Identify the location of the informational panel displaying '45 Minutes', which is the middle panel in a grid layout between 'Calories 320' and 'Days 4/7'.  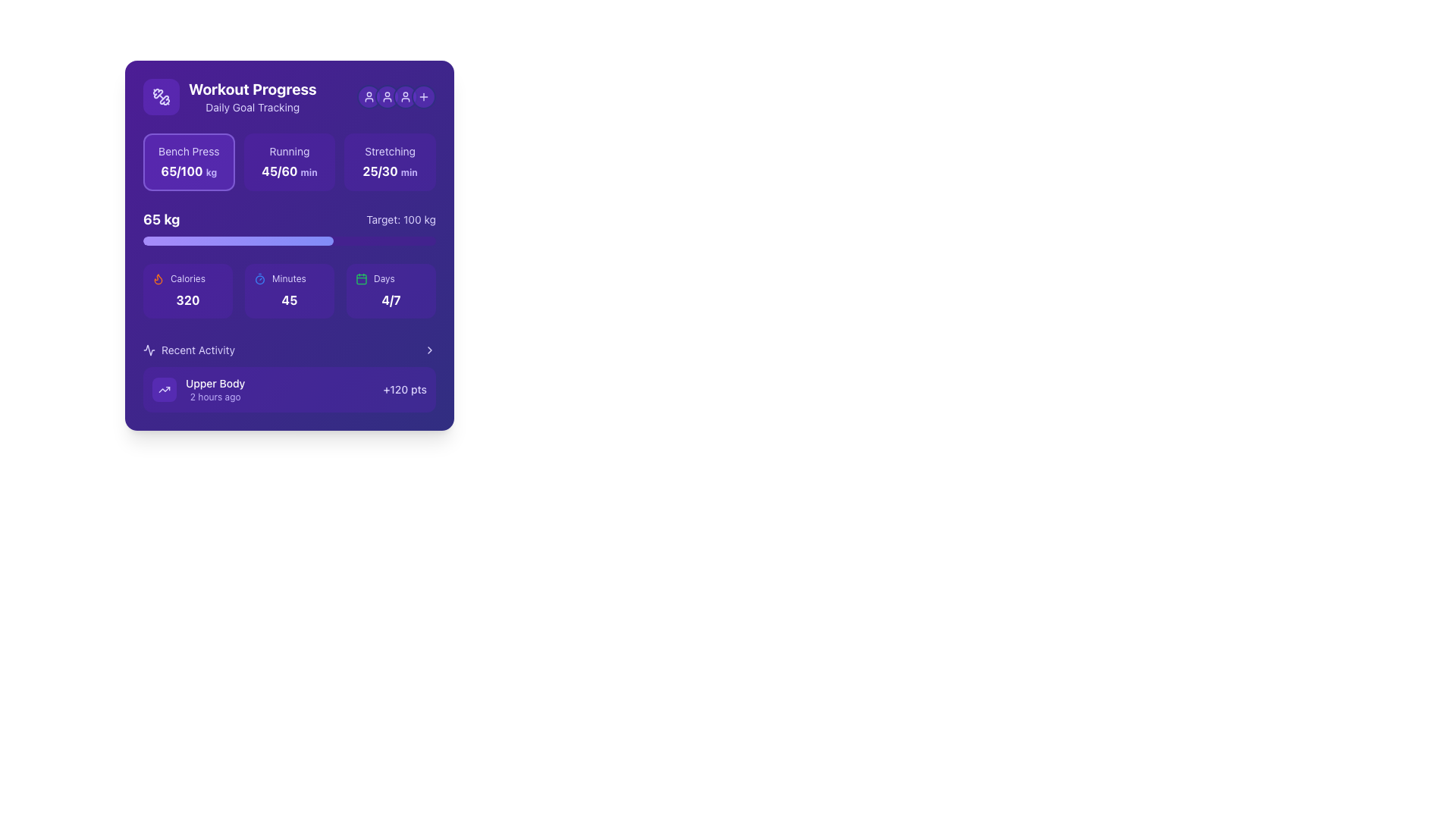
(290, 291).